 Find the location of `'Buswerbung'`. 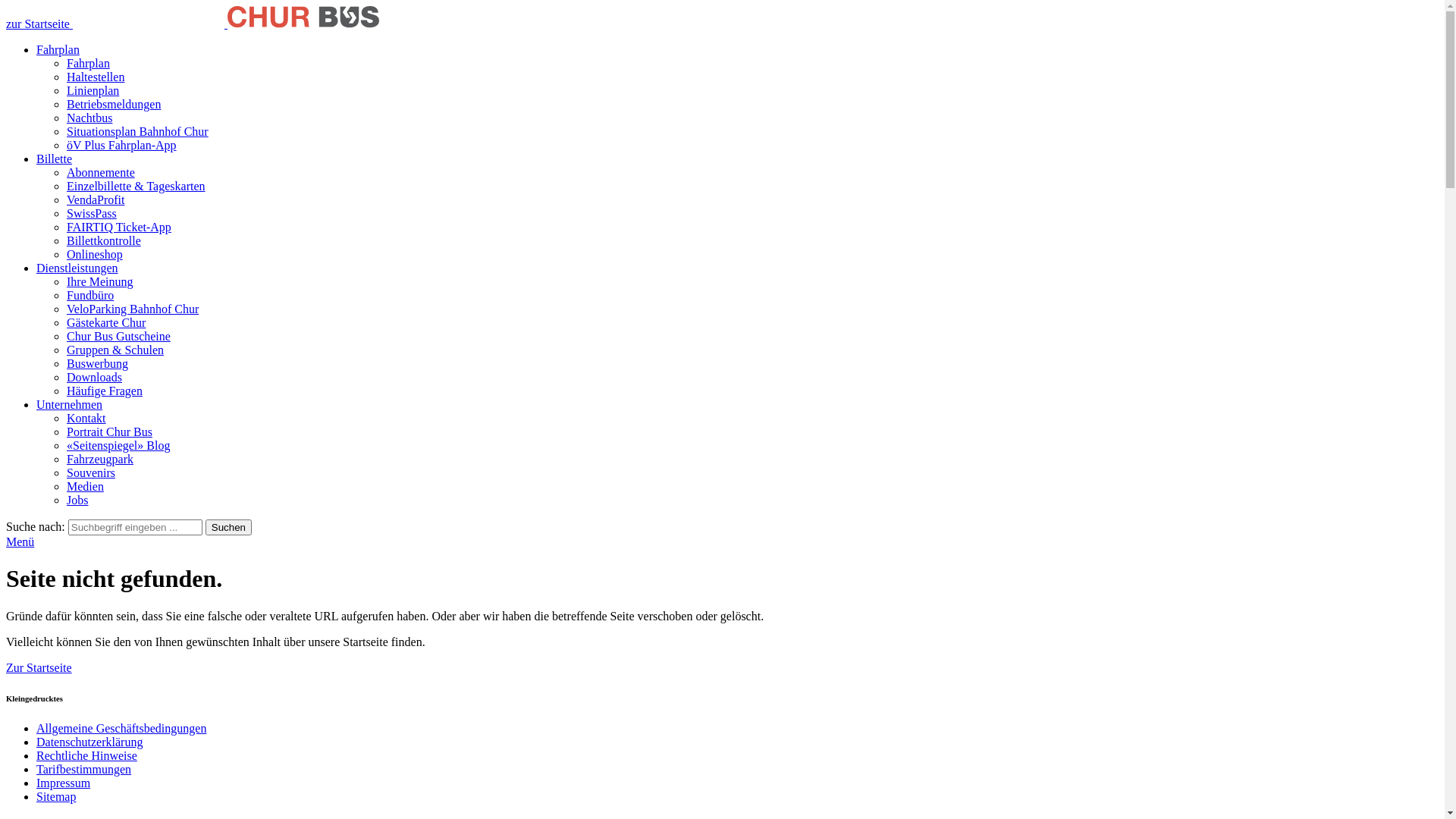

'Buswerbung' is located at coordinates (65, 363).